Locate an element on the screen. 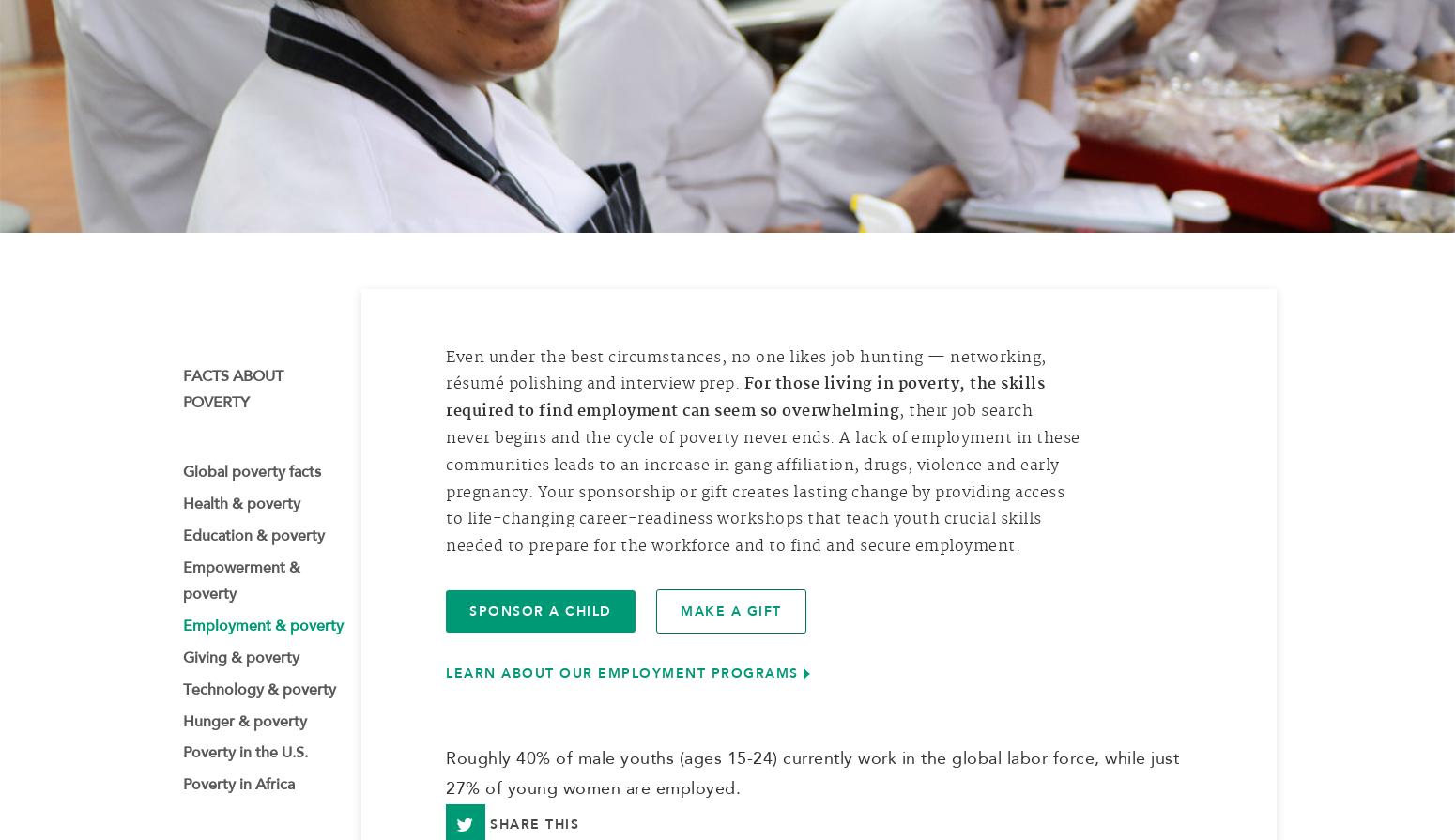 This screenshot has width=1455, height=840. 'Education & poverty' is located at coordinates (181, 542).